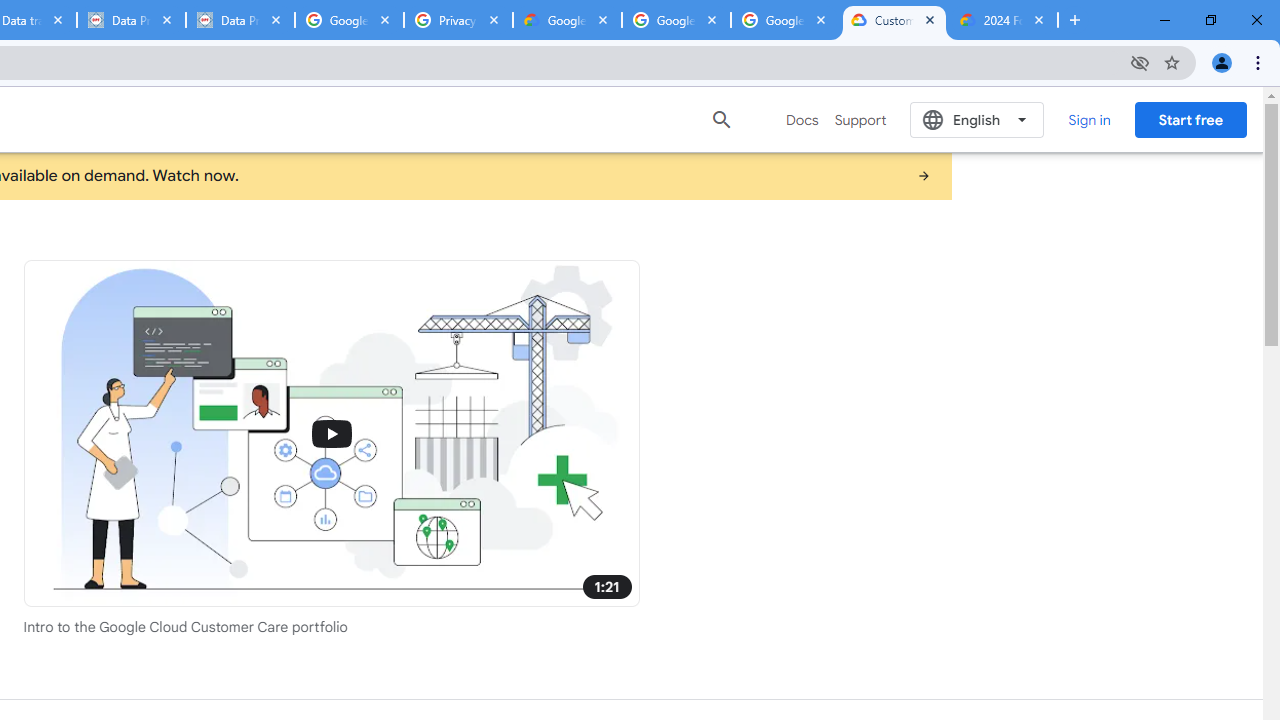  Describe the element at coordinates (1190, 119) in the screenshot. I see `'Start free'` at that location.